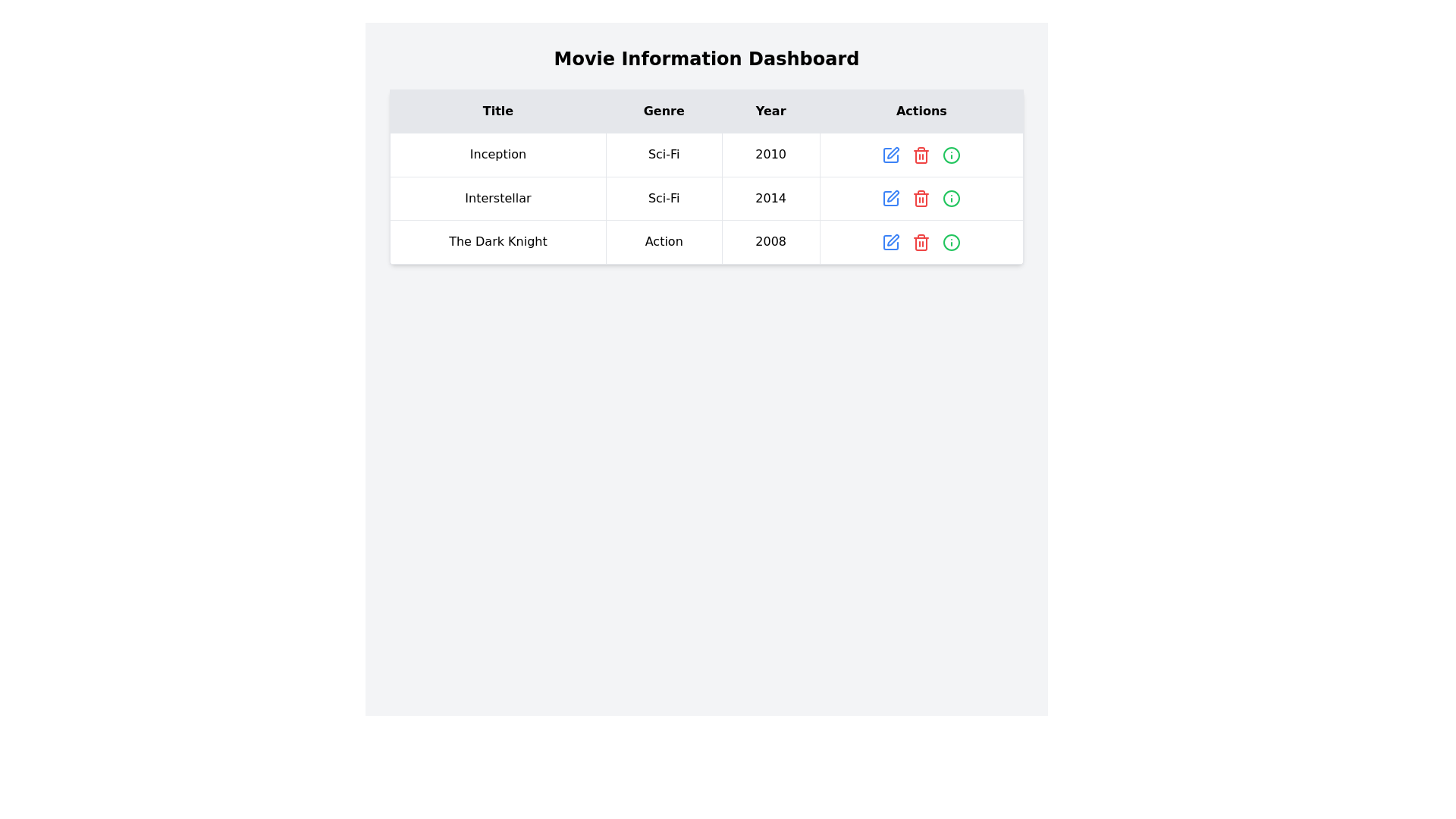  I want to click on the text label displaying 'The Dark Knight' in the first column of the third row in the table under the 'Title' heading, so click(498, 241).